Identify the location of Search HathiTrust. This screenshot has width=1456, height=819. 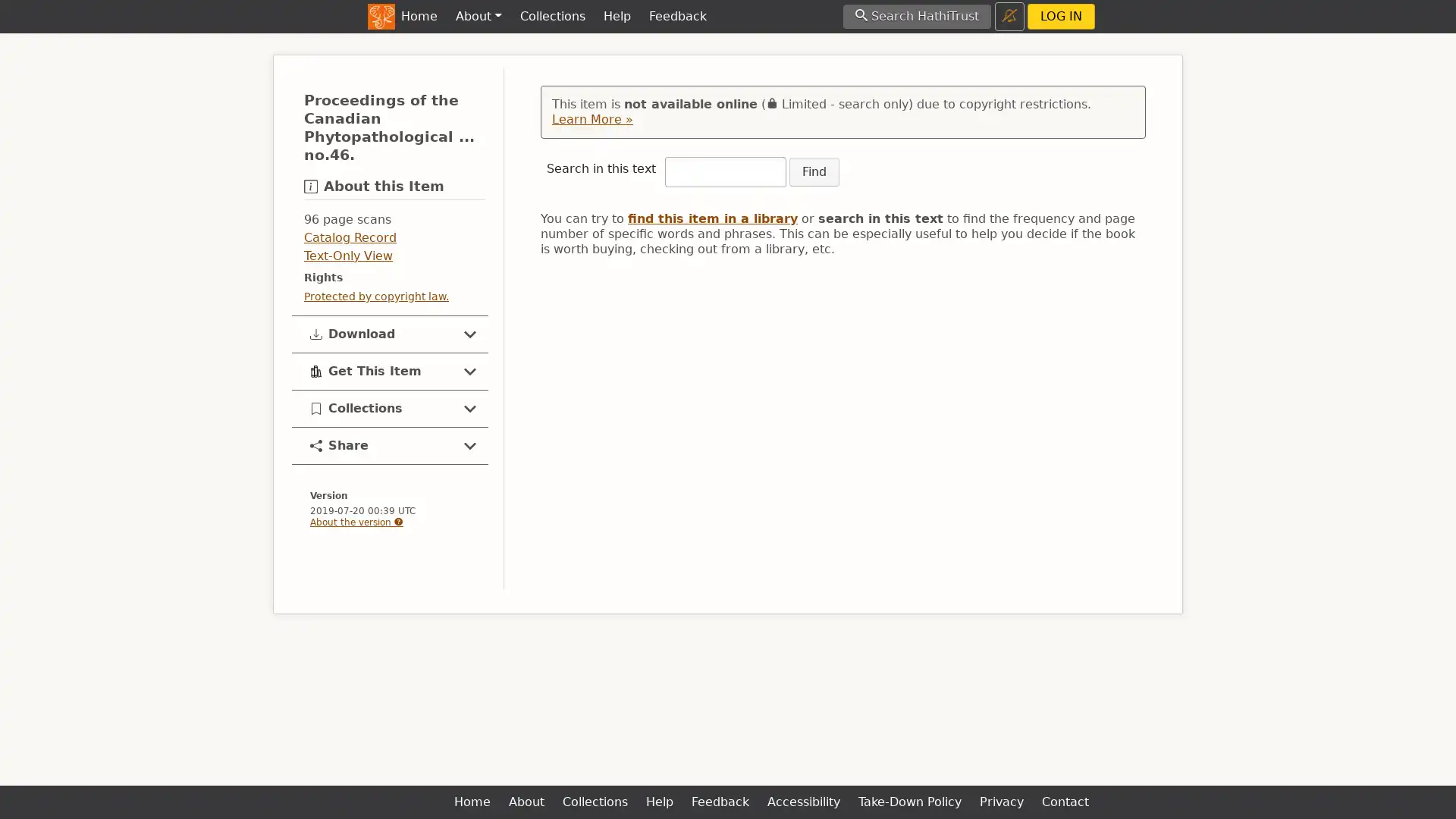
(916, 16).